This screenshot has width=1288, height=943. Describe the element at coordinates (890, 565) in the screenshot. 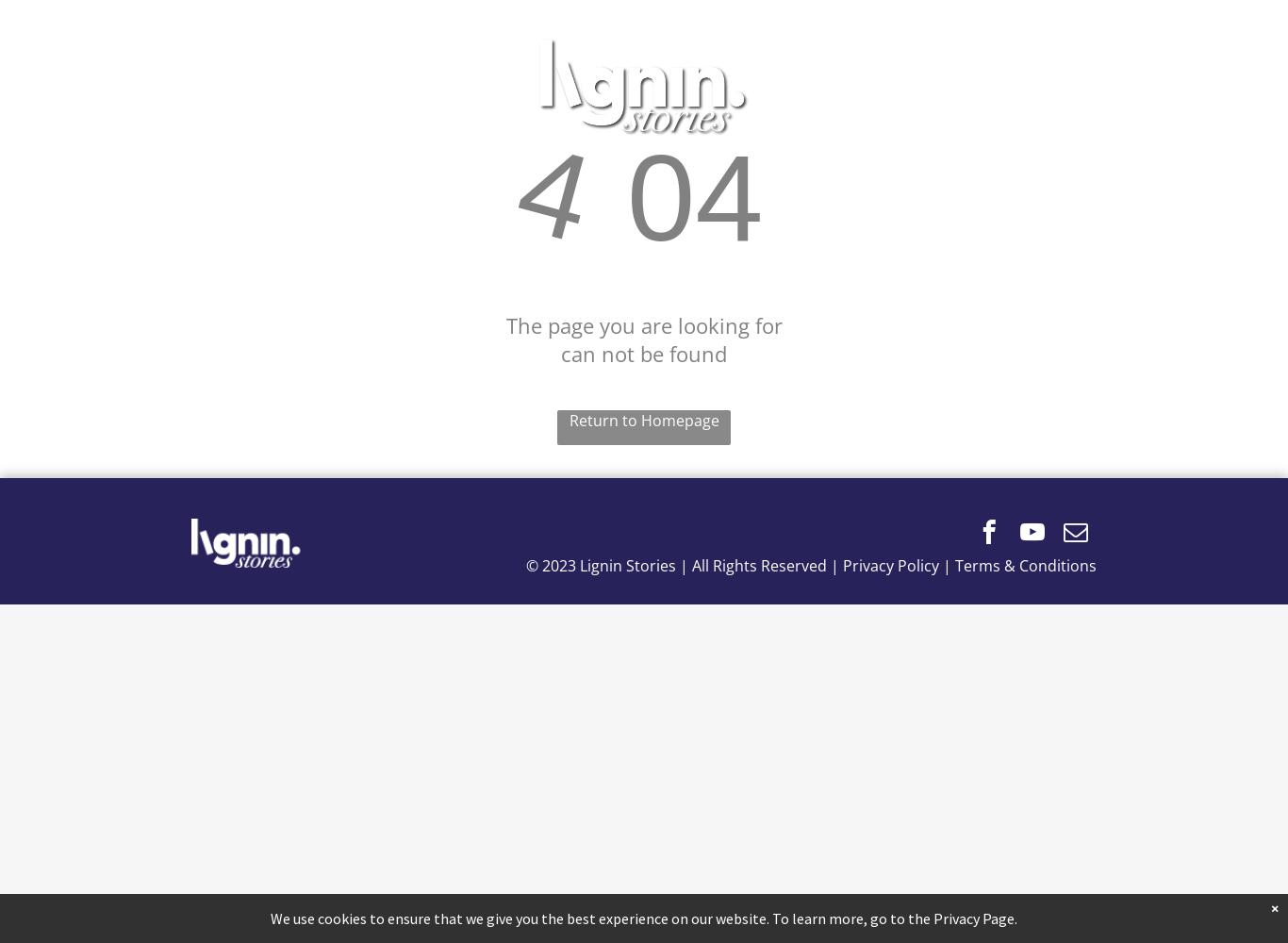

I see `'Privacy Policy'` at that location.